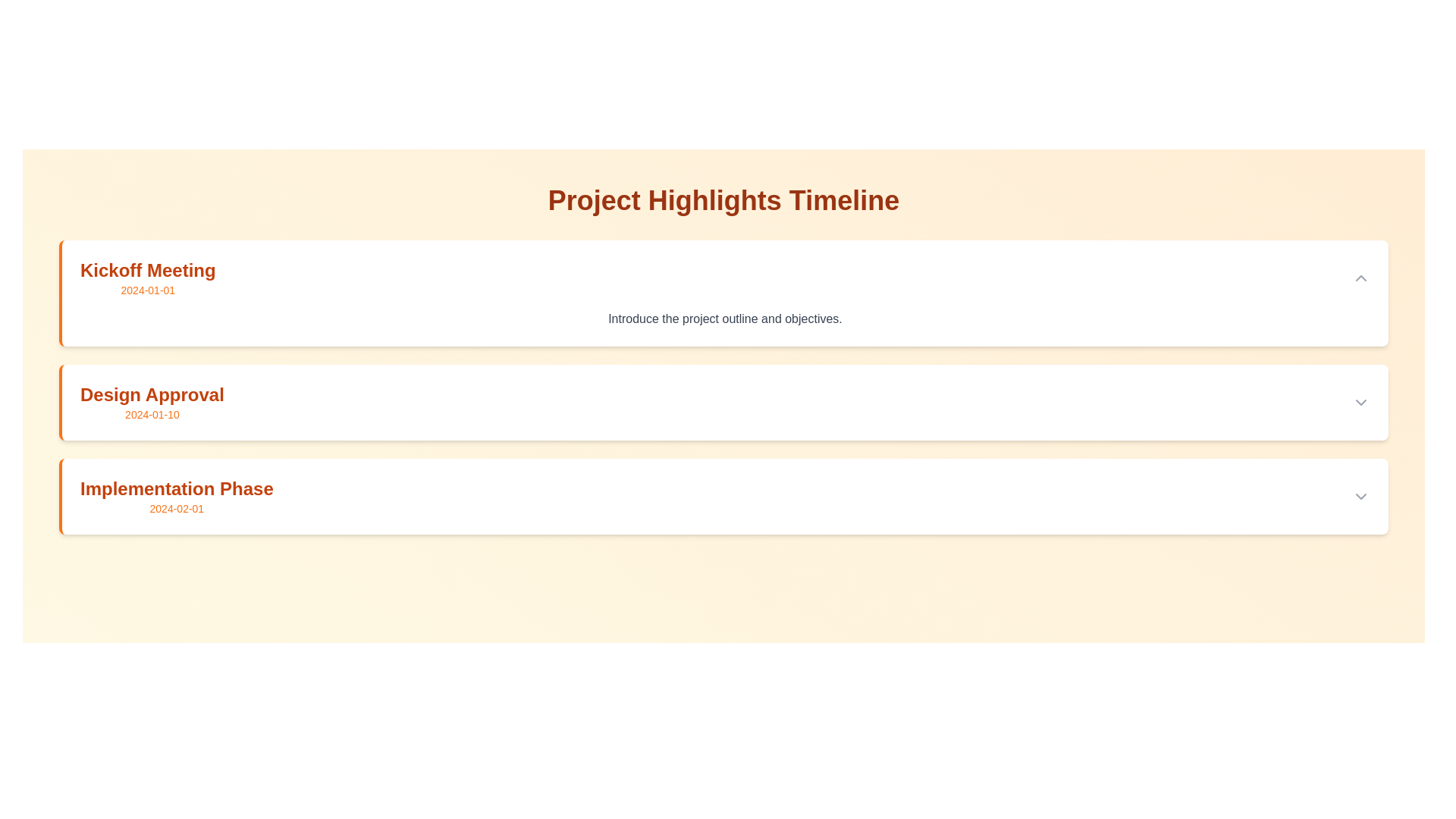 Image resolution: width=1456 pixels, height=819 pixels. What do you see at coordinates (177, 488) in the screenshot?
I see `bold and large text label that says 'Implementation Phase' in dark orange color, located in the third section of the vertical list` at bounding box center [177, 488].